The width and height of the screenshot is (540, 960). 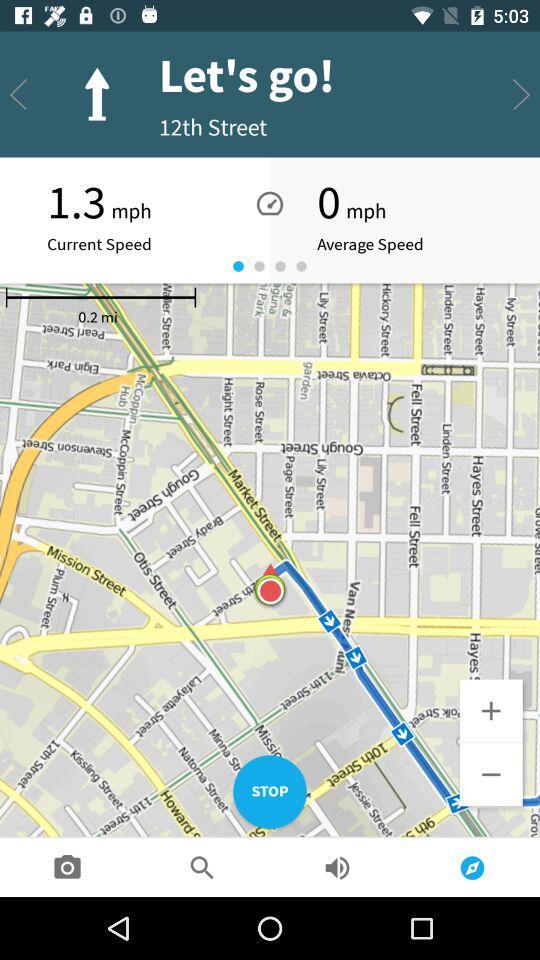 What do you see at coordinates (490, 711) in the screenshot?
I see `the  icon` at bounding box center [490, 711].